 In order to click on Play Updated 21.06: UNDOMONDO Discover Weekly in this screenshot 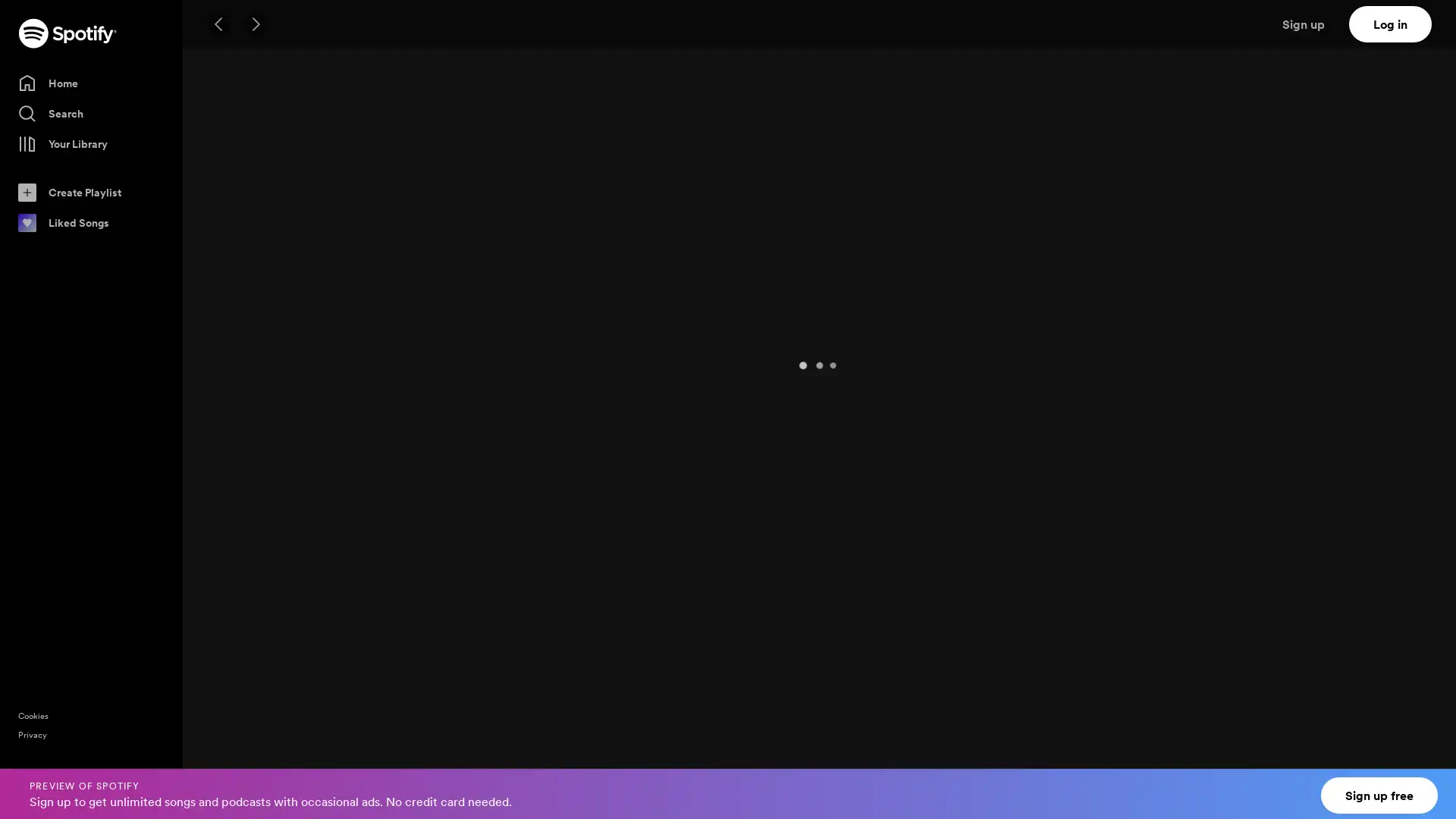, I will do `click(227, 297)`.